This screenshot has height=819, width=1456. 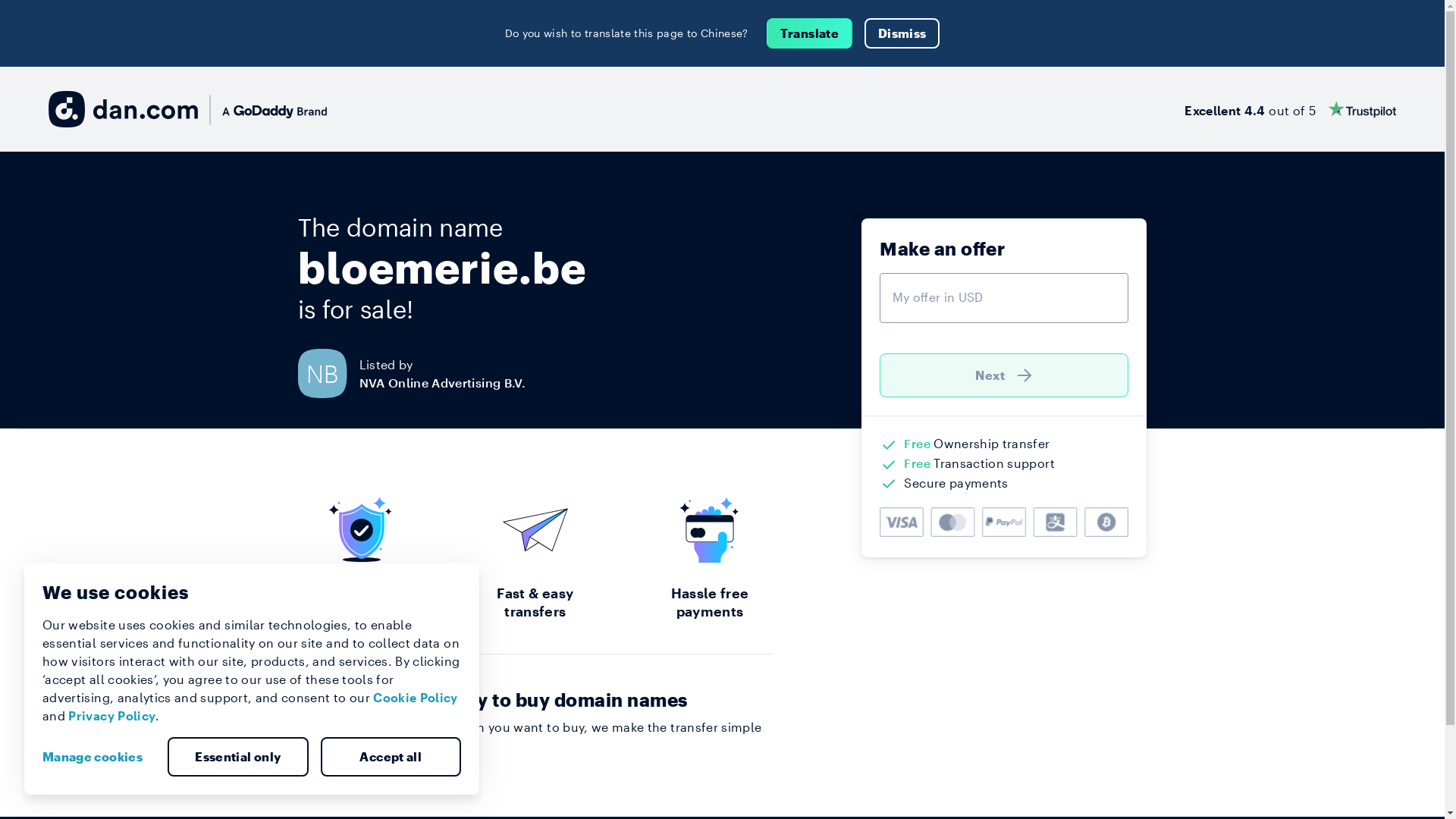 I want to click on 'Accept all', so click(x=319, y=757).